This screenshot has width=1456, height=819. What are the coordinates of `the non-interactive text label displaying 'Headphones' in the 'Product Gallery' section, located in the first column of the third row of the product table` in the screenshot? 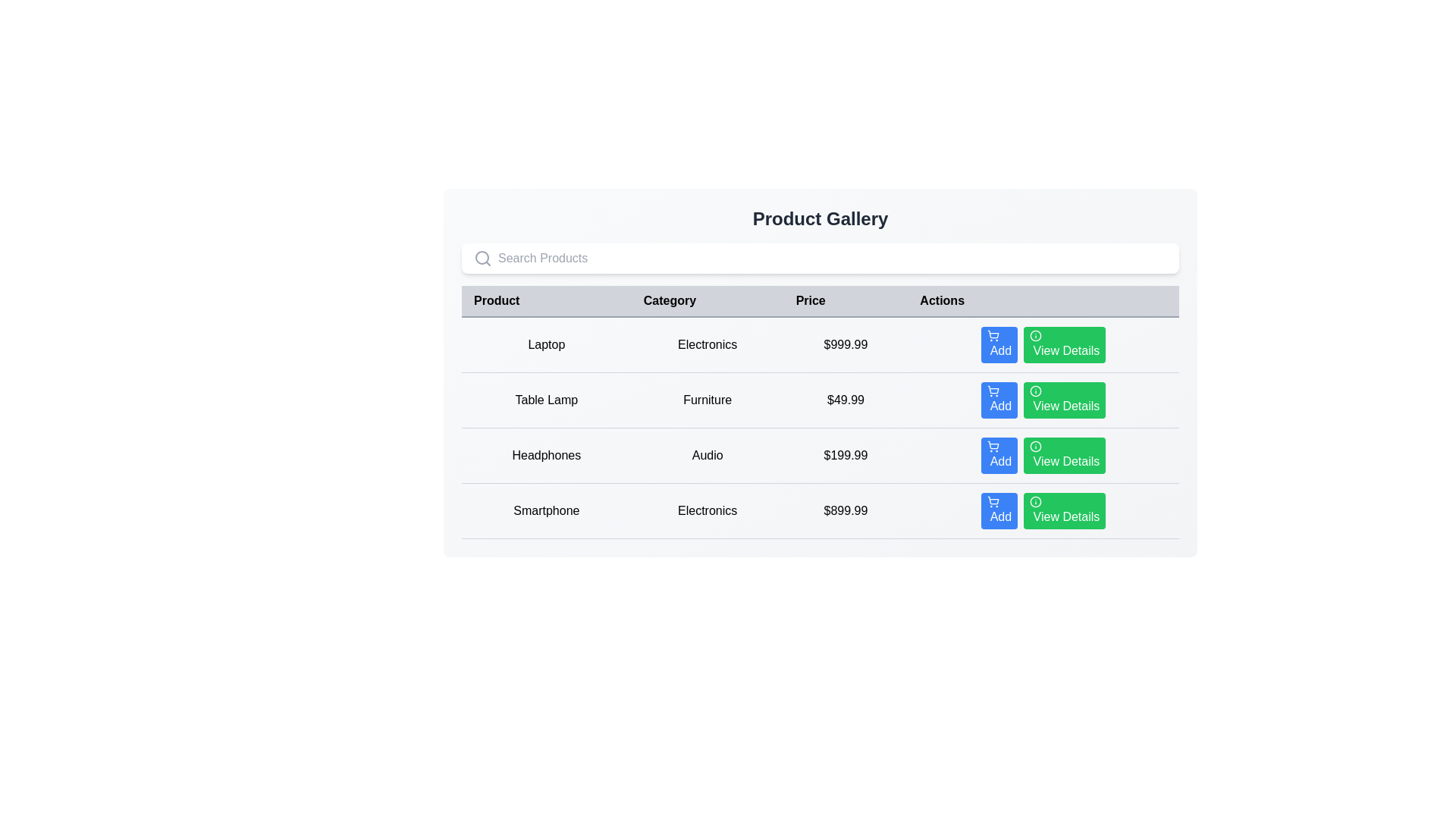 It's located at (546, 455).